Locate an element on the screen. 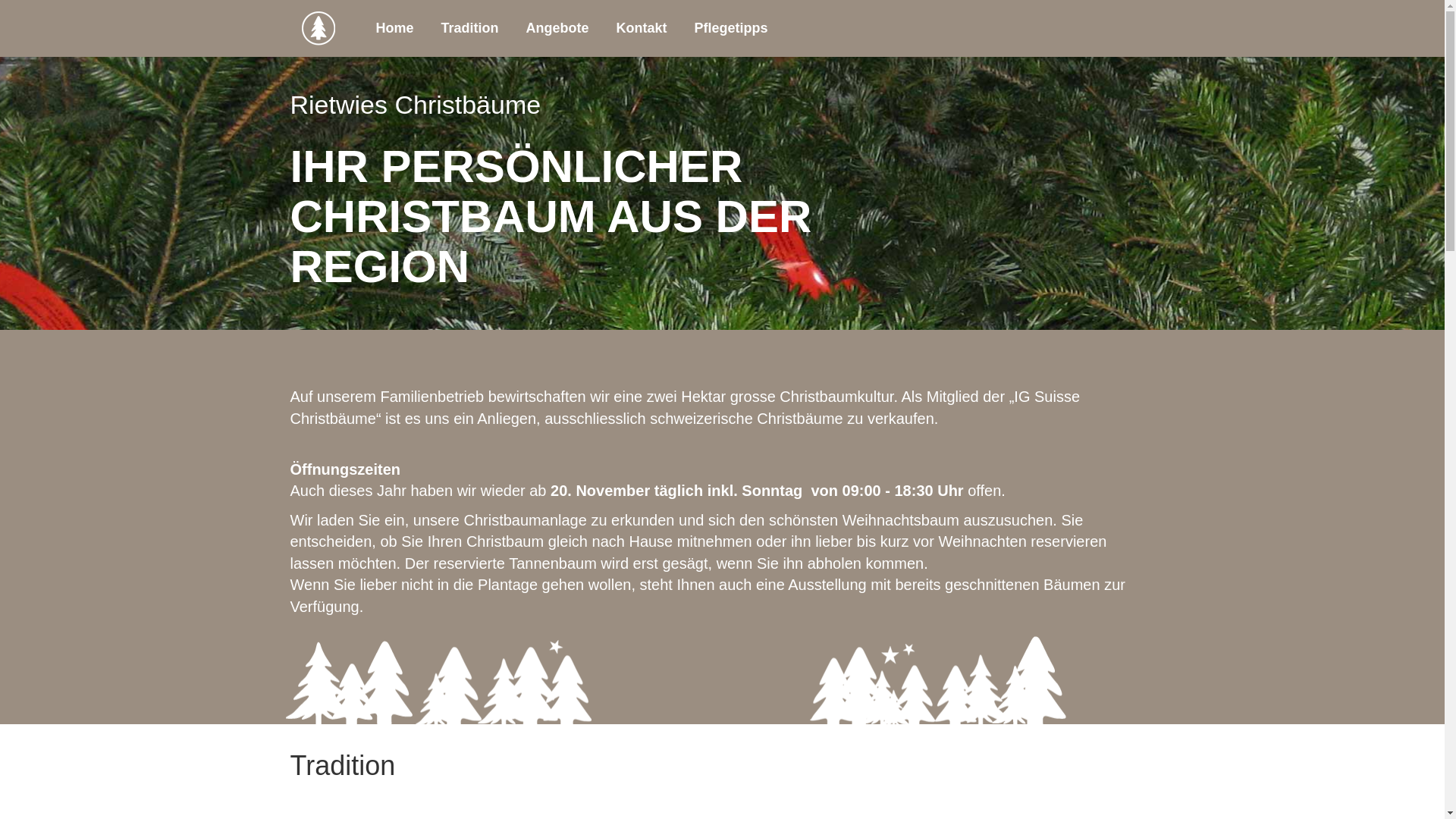  'Tradition' is located at coordinates (469, 28).